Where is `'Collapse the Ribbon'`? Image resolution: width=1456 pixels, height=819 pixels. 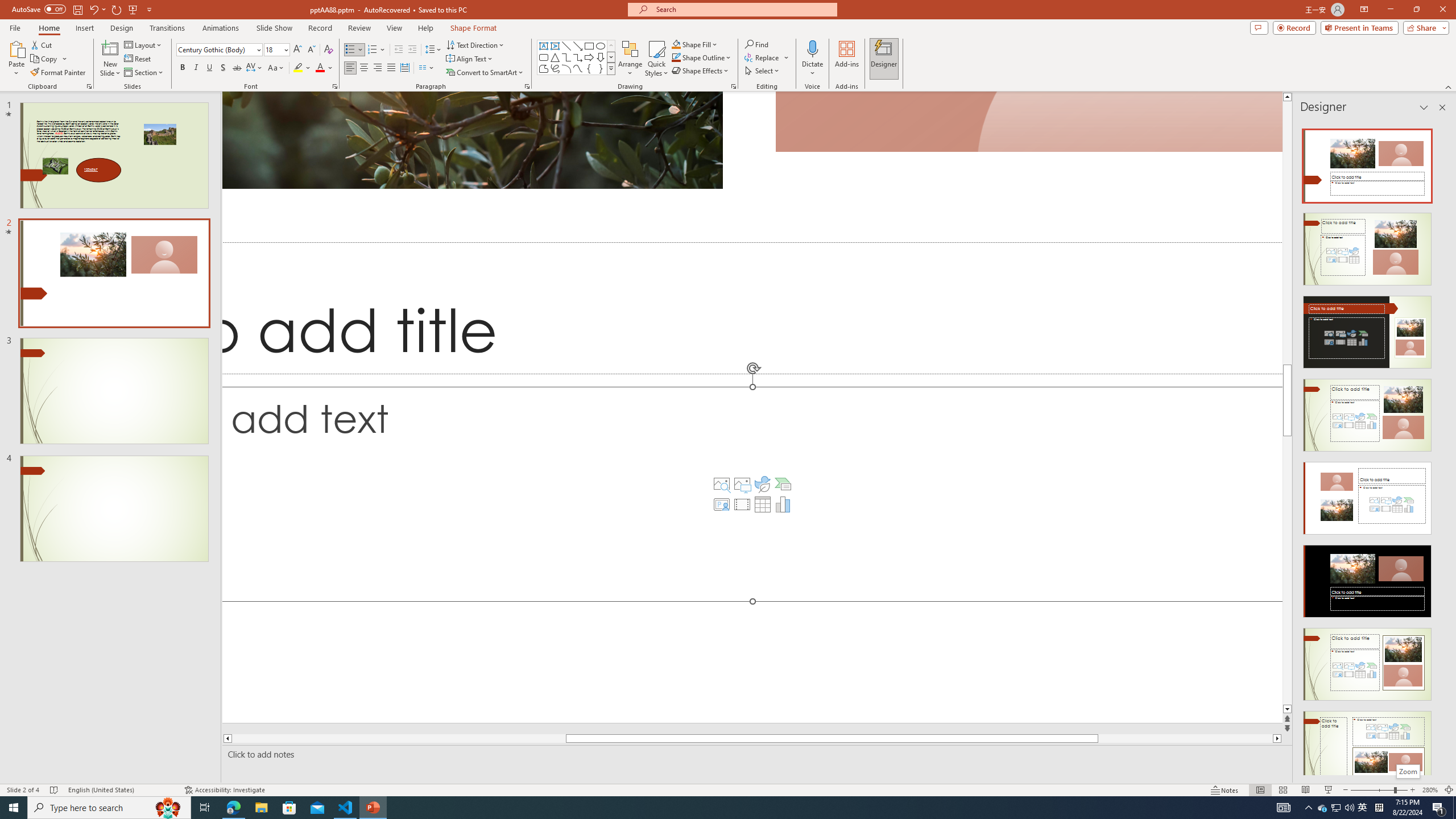
'Collapse the Ribbon' is located at coordinates (1449, 87).